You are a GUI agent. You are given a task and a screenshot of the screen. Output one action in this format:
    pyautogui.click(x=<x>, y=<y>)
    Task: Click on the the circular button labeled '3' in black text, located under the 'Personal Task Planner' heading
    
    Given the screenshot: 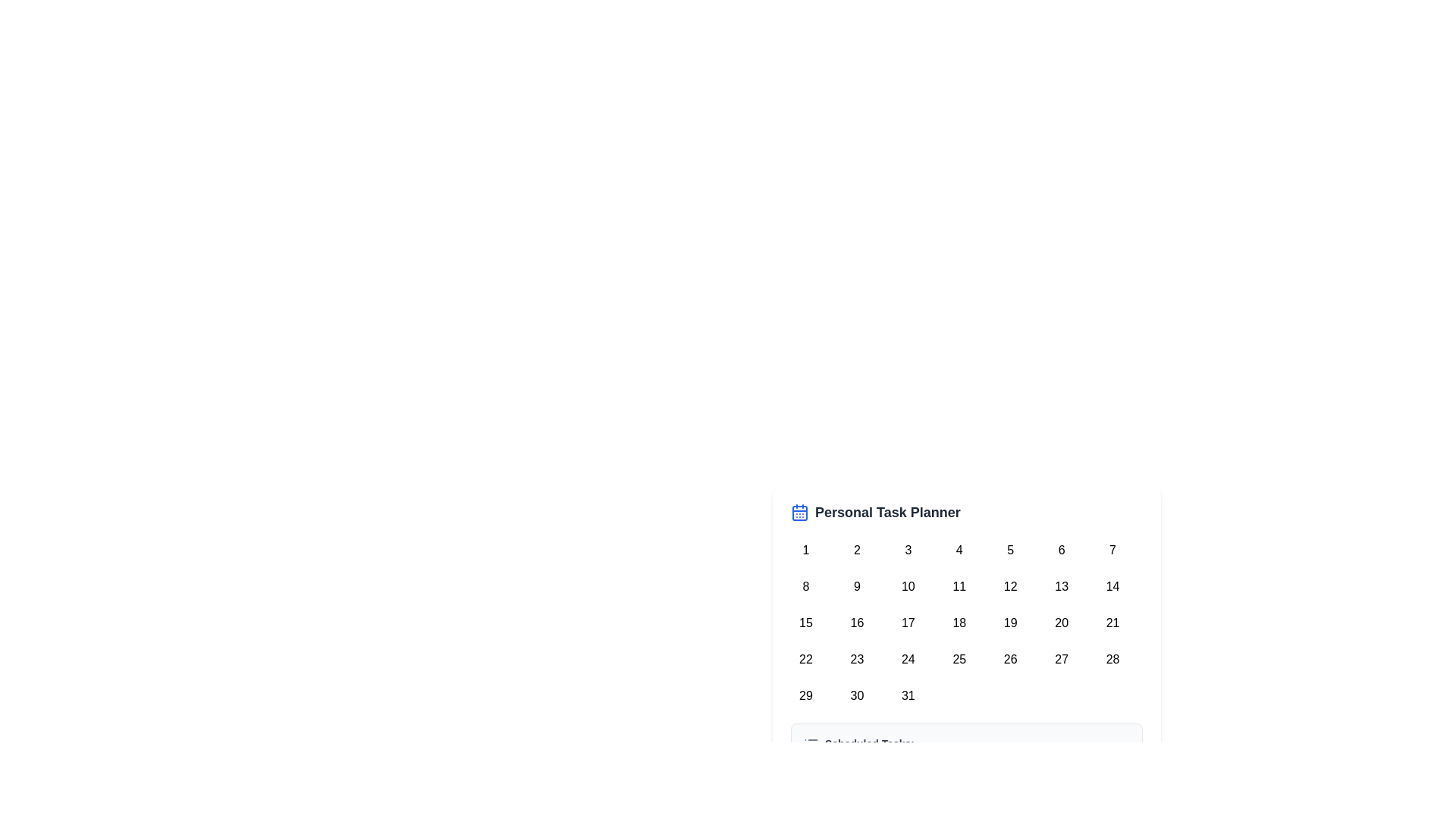 What is the action you would take?
    pyautogui.click(x=908, y=550)
    